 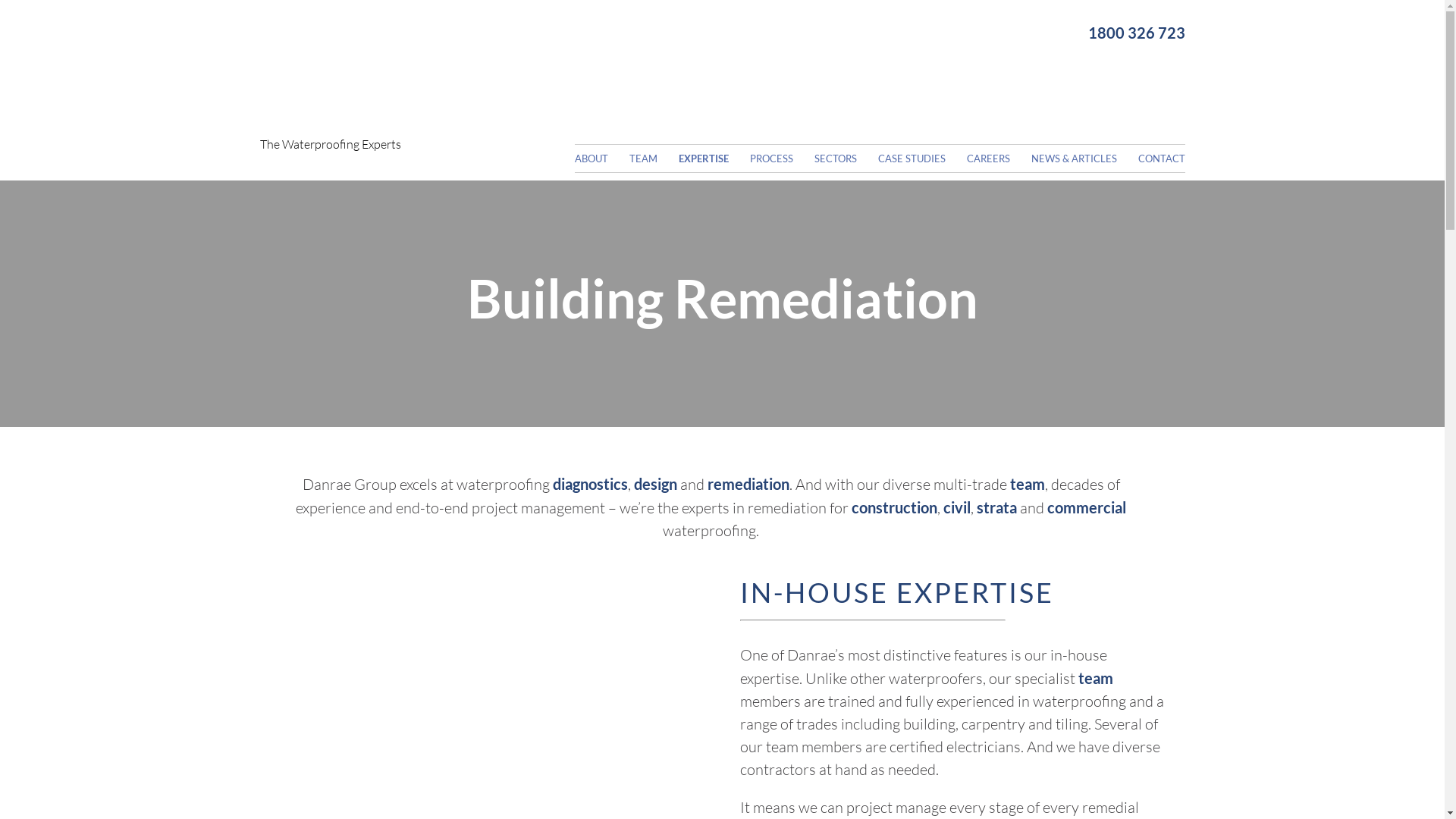 What do you see at coordinates (1137, 158) in the screenshot?
I see `'CONTACT'` at bounding box center [1137, 158].